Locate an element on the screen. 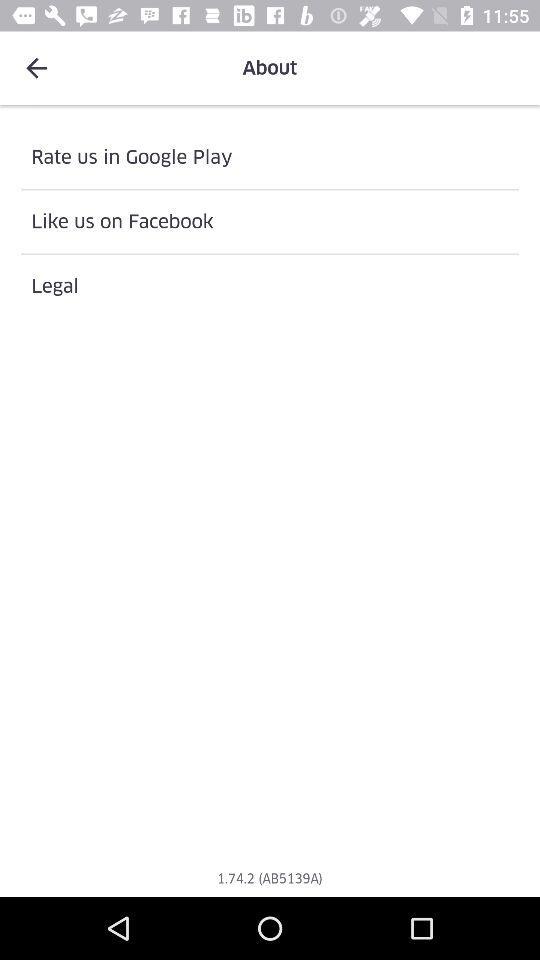  the rate us in icon is located at coordinates (270, 156).